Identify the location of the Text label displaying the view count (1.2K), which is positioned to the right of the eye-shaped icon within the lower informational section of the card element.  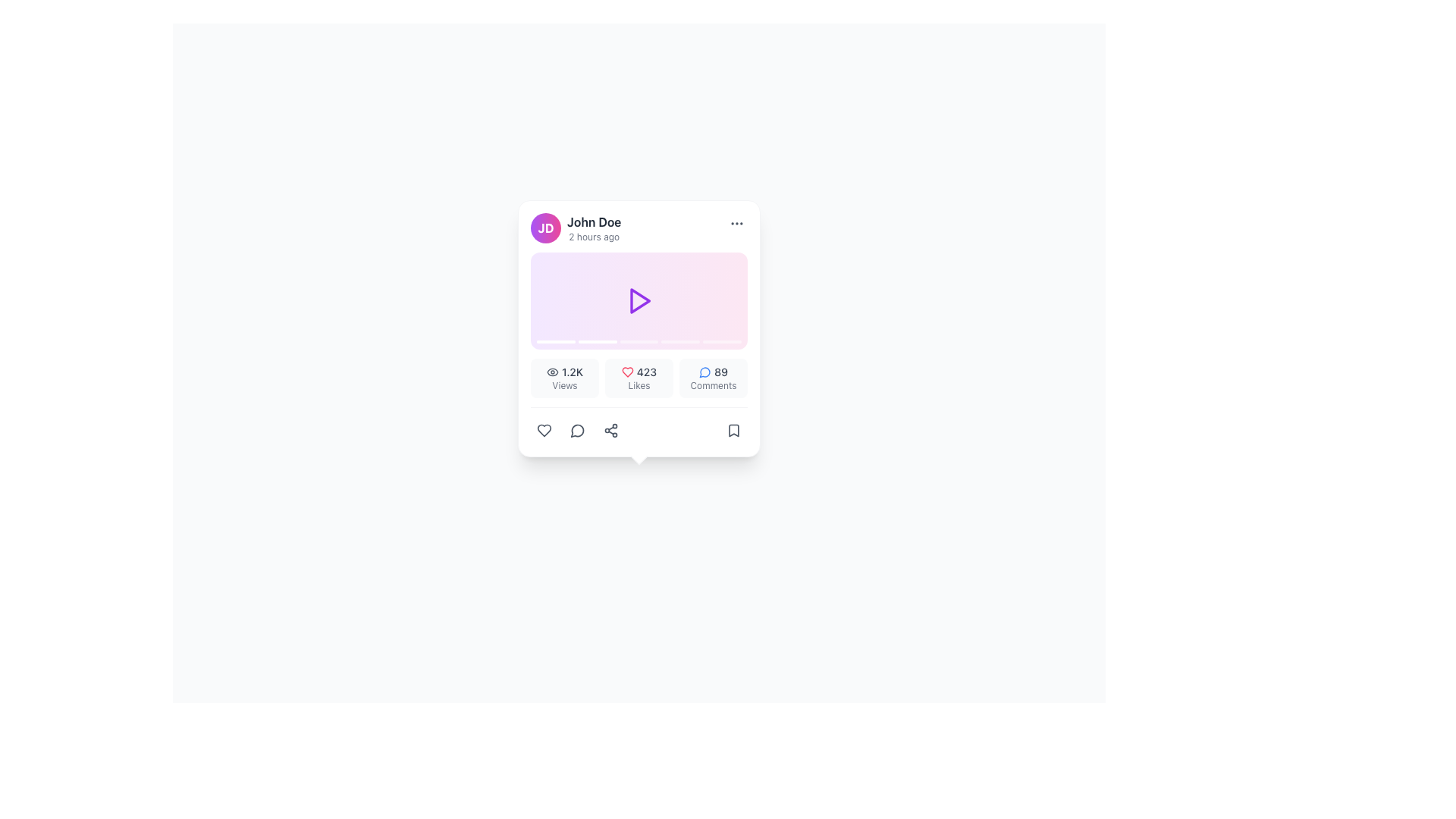
(571, 372).